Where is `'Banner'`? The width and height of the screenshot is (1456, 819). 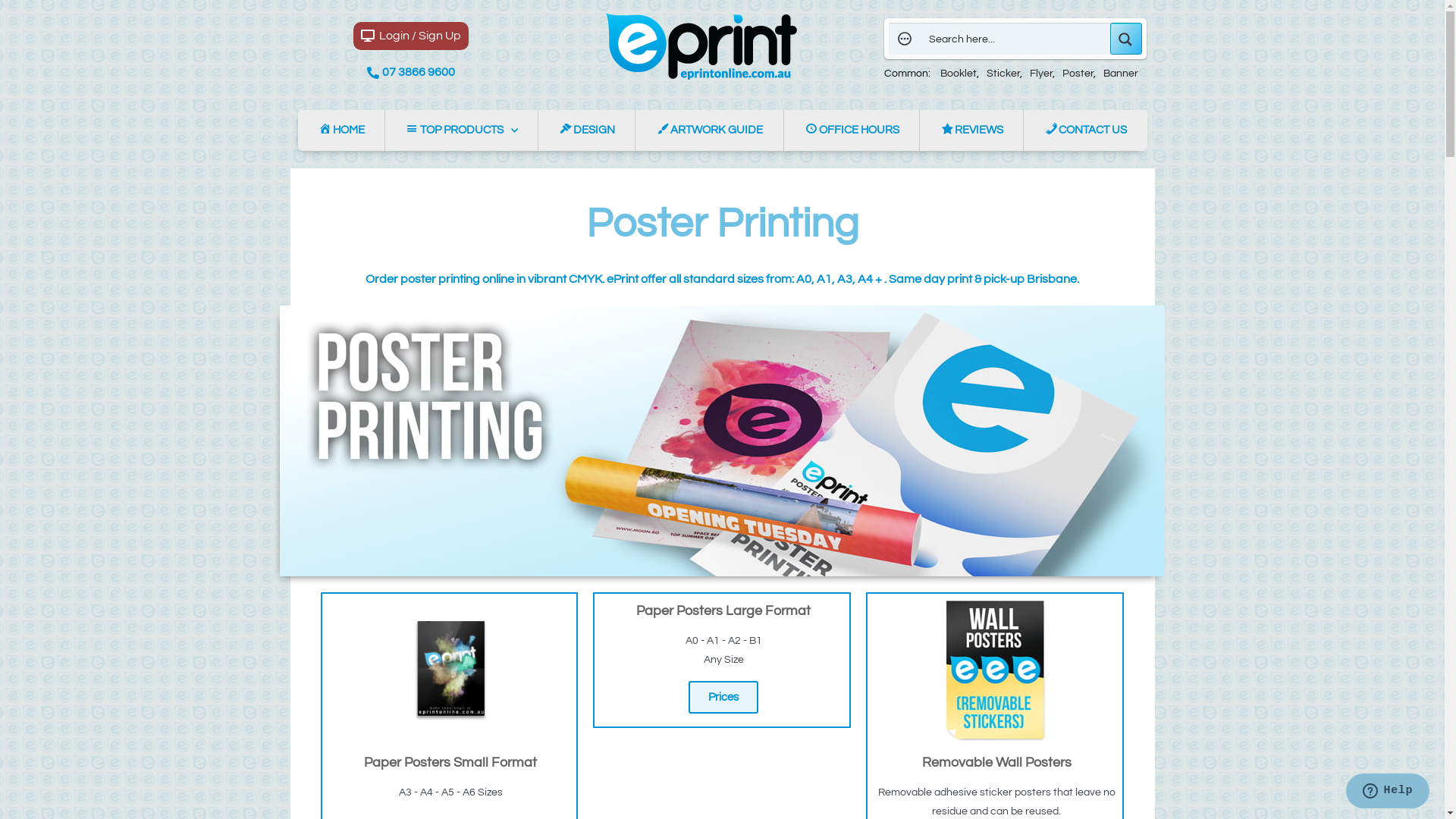 'Banner' is located at coordinates (1103, 73).